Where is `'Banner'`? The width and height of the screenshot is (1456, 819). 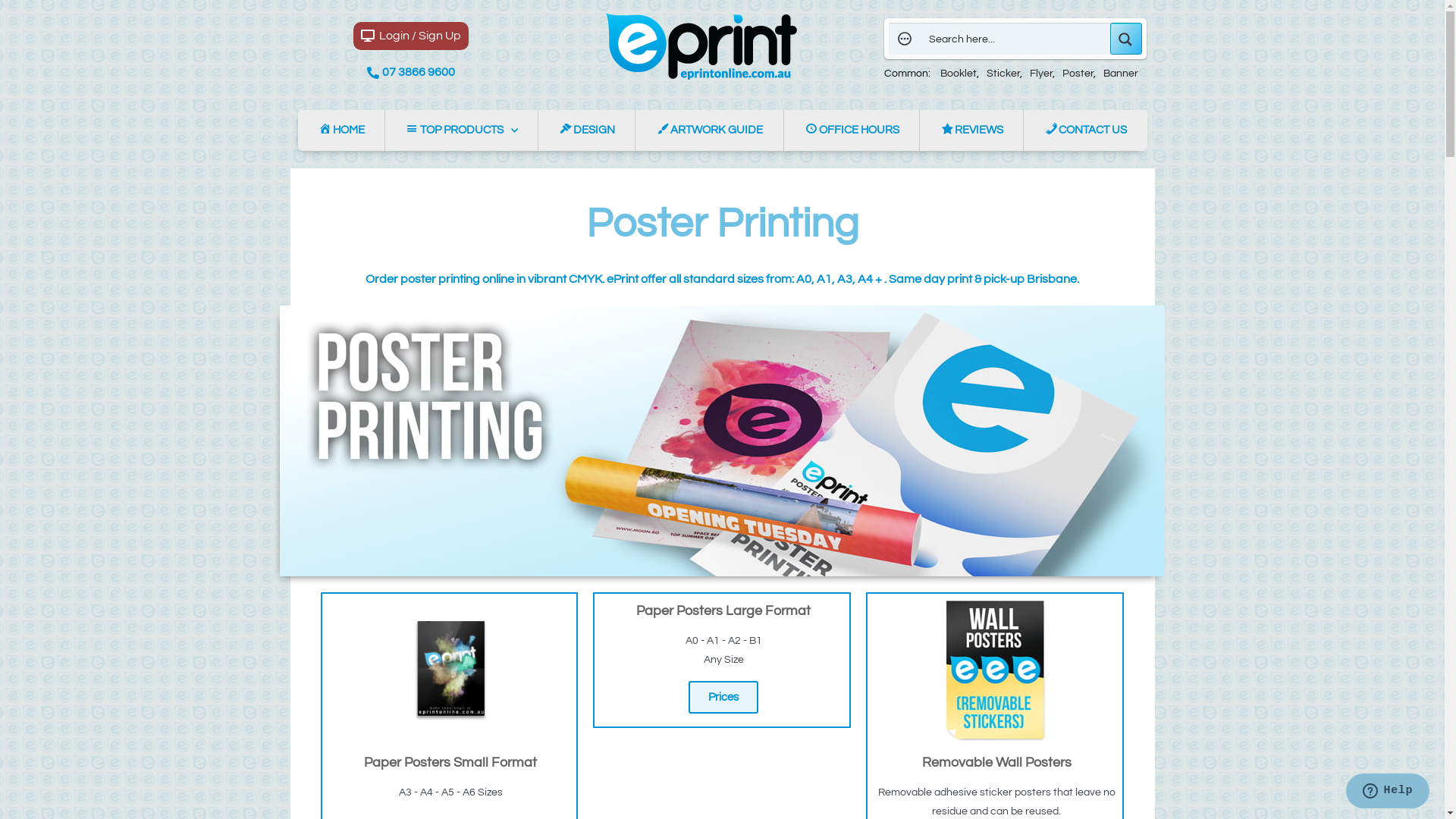 'Banner' is located at coordinates (1103, 73).